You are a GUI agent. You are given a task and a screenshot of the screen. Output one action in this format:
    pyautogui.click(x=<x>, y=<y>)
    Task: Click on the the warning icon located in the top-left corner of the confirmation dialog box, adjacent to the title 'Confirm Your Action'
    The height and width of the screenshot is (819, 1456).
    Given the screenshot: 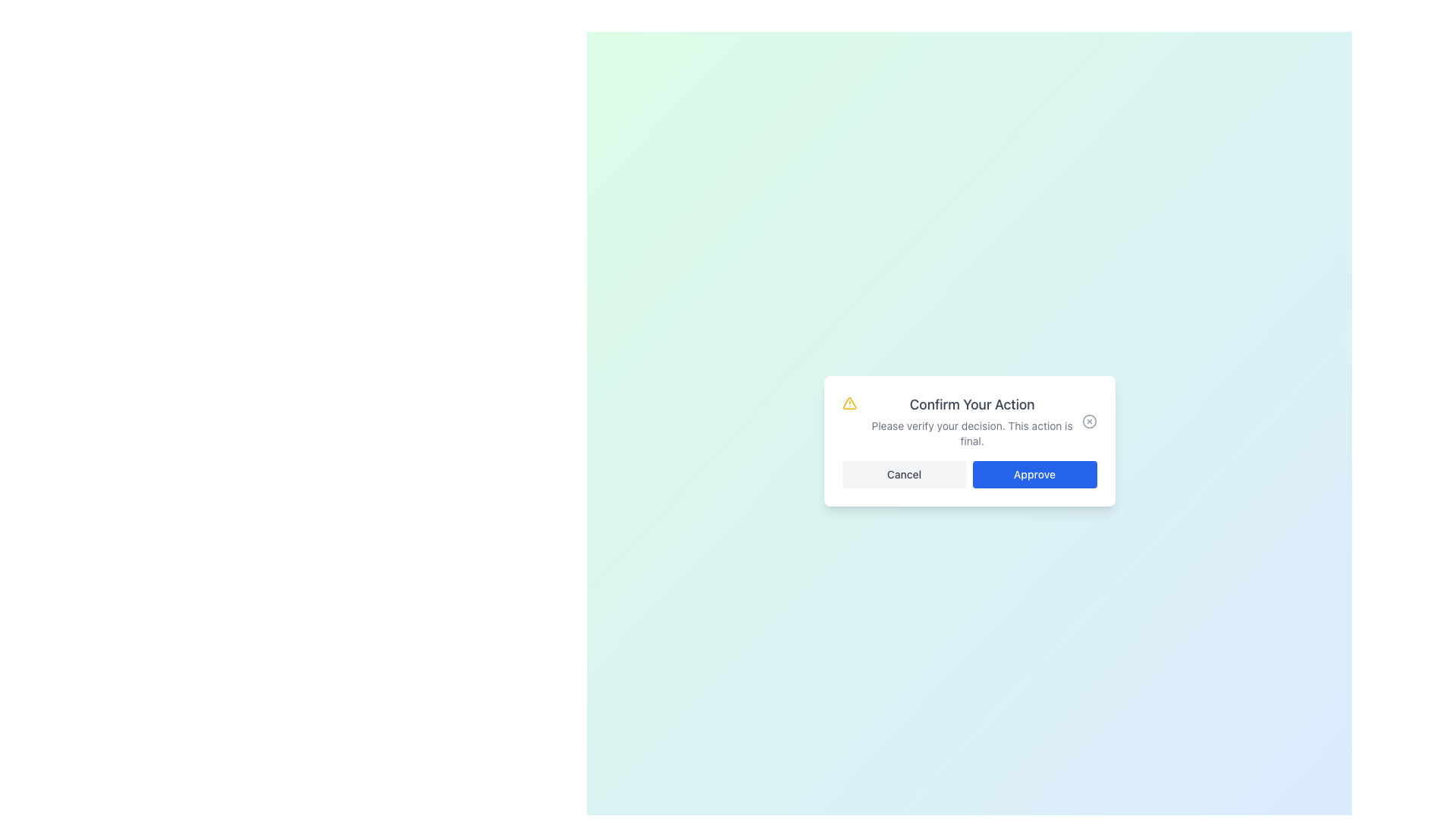 What is the action you would take?
    pyautogui.click(x=848, y=403)
    